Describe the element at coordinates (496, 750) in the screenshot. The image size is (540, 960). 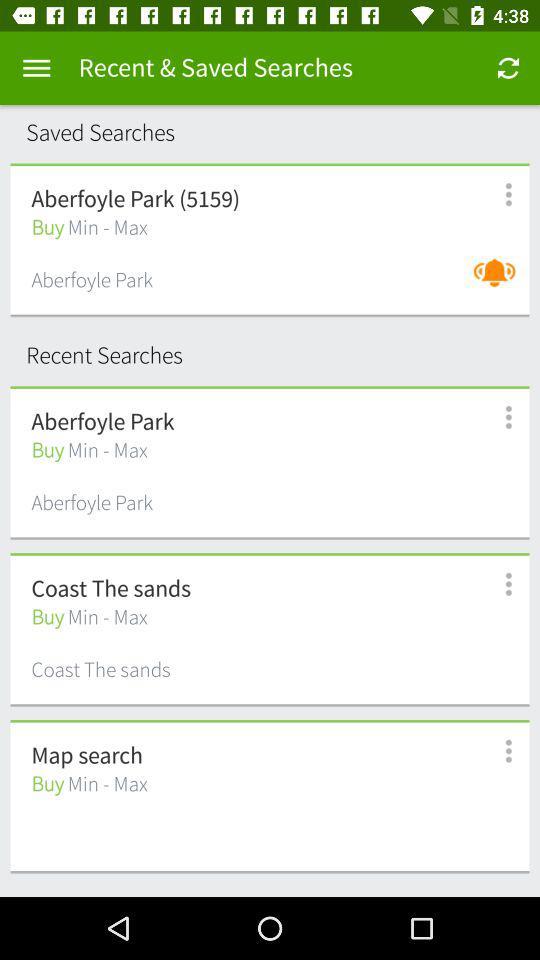
I see `press for more info` at that location.